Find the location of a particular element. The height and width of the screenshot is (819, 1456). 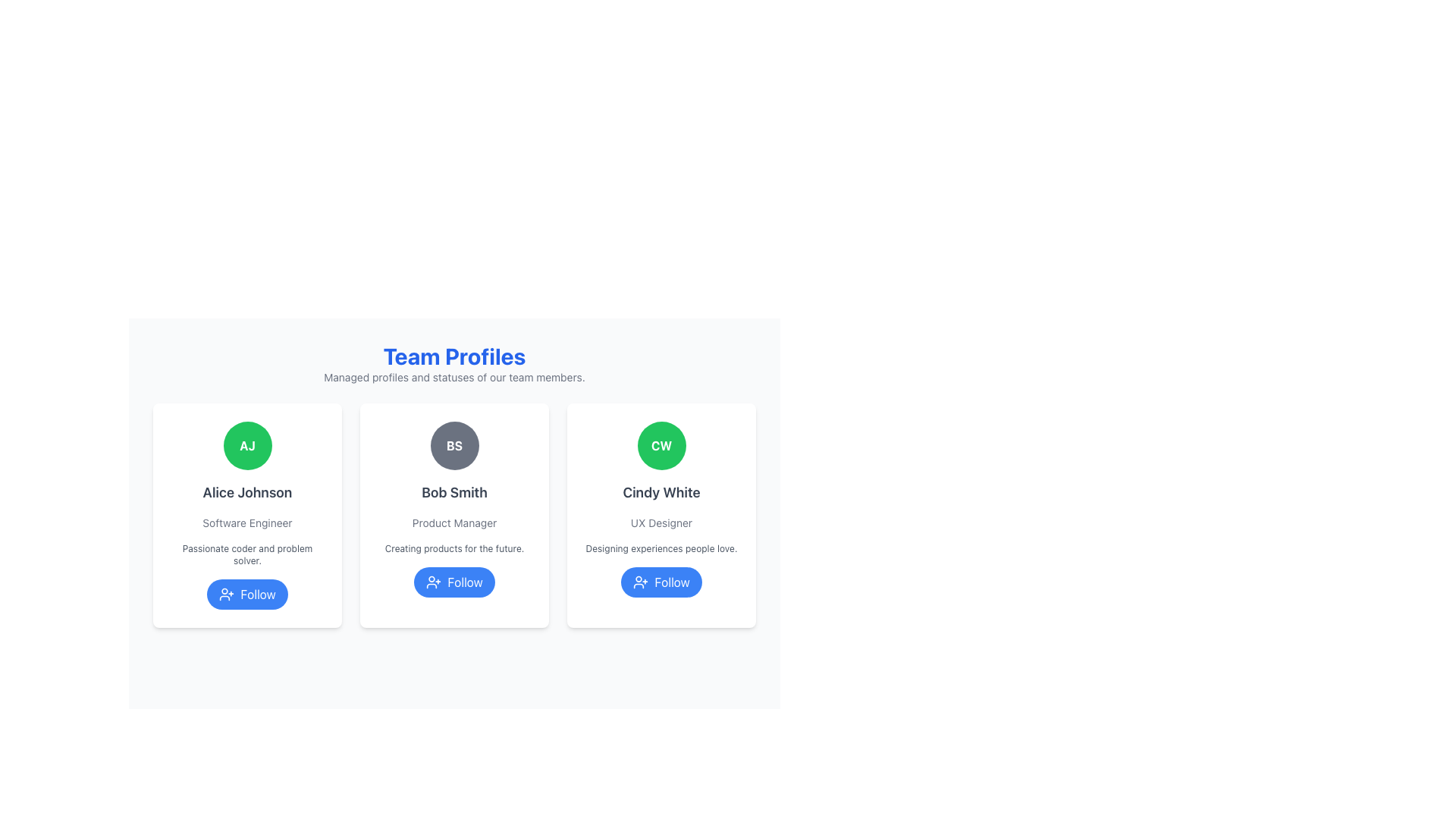

the user-plus icon located to the left of the 'Follow' text within the rounded blue button beneath the profile card for 'Alice Johnson' is located at coordinates (226, 593).